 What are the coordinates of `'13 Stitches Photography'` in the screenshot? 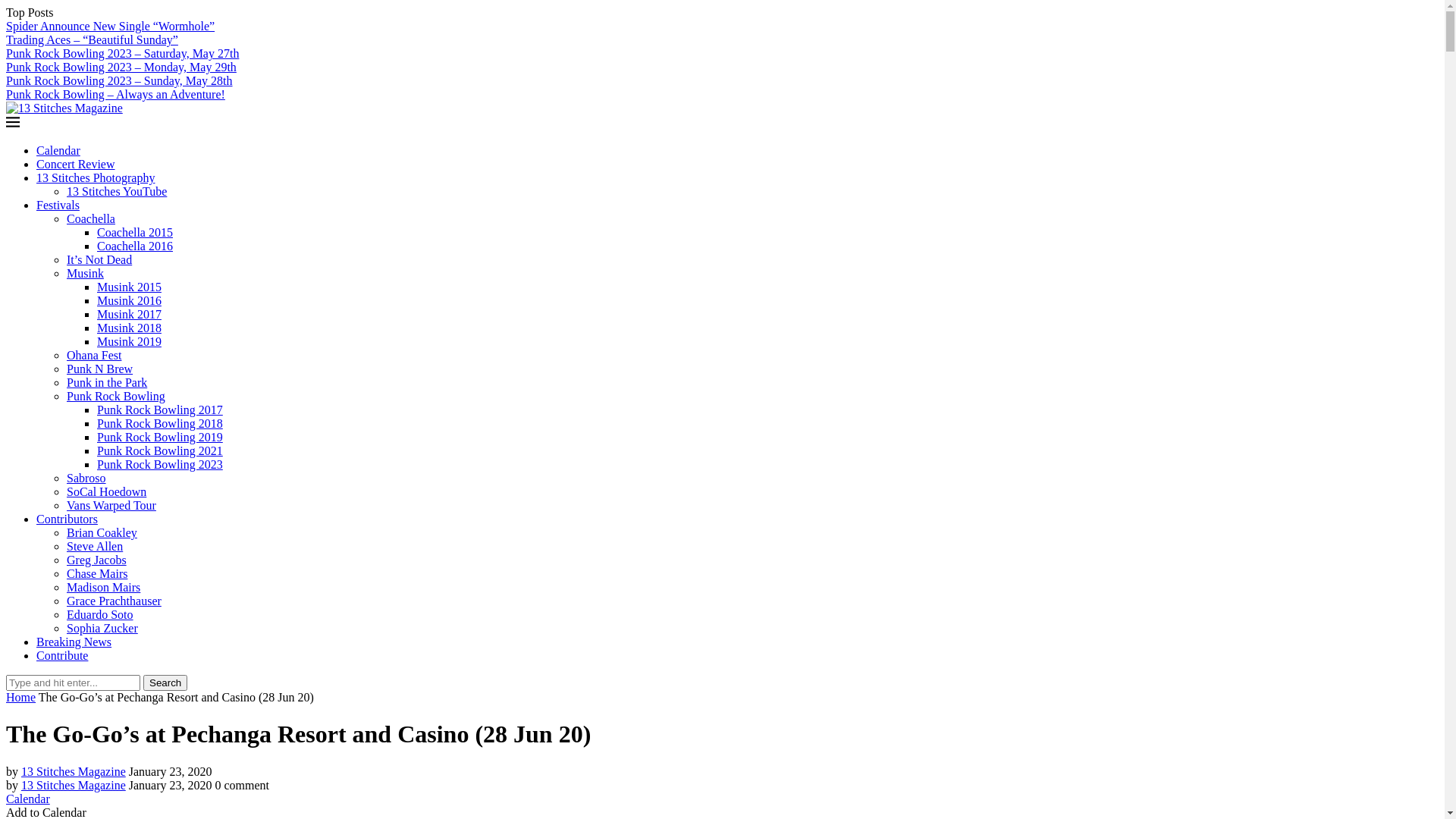 It's located at (36, 177).